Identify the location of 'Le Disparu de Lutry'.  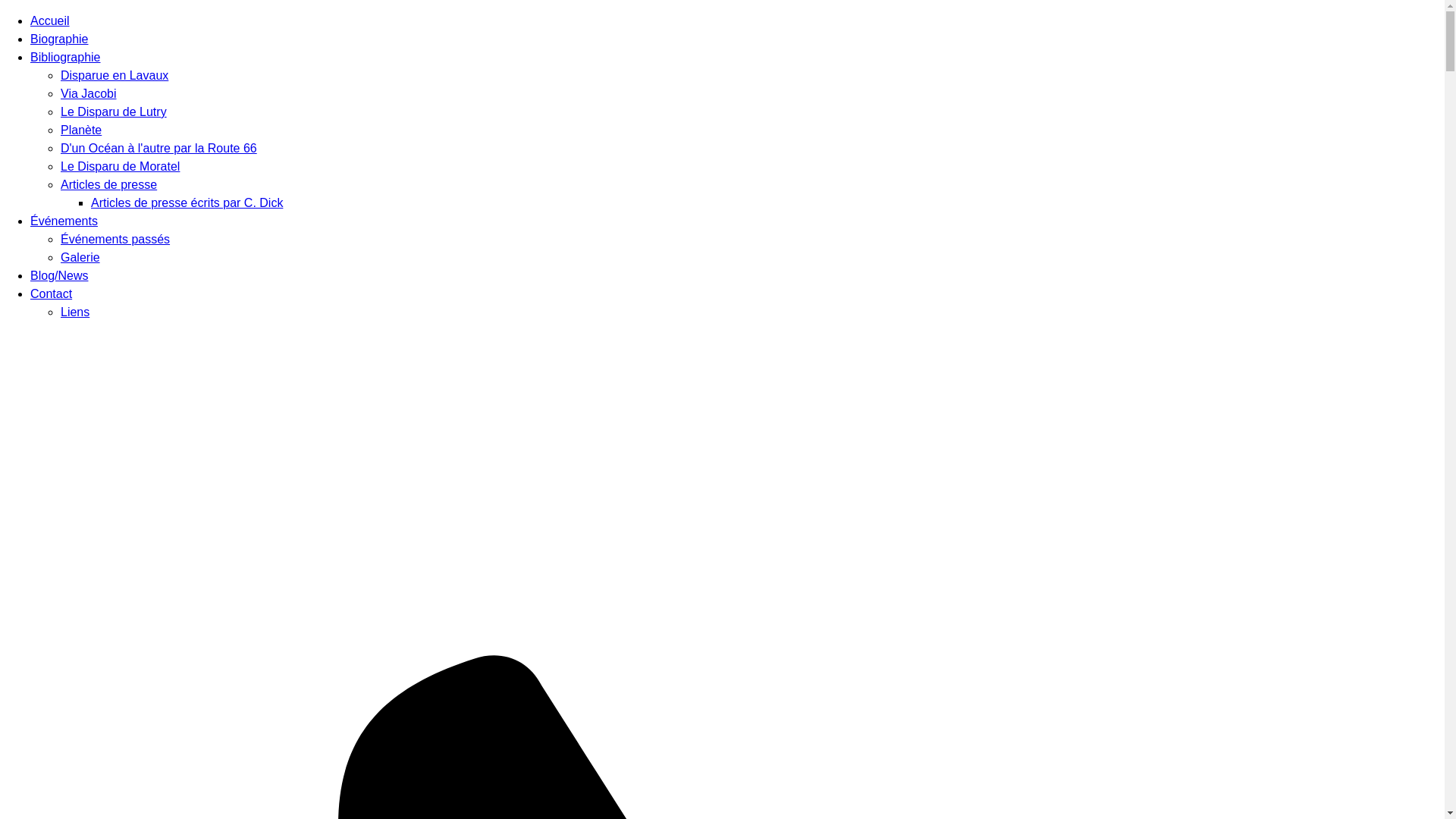
(112, 111).